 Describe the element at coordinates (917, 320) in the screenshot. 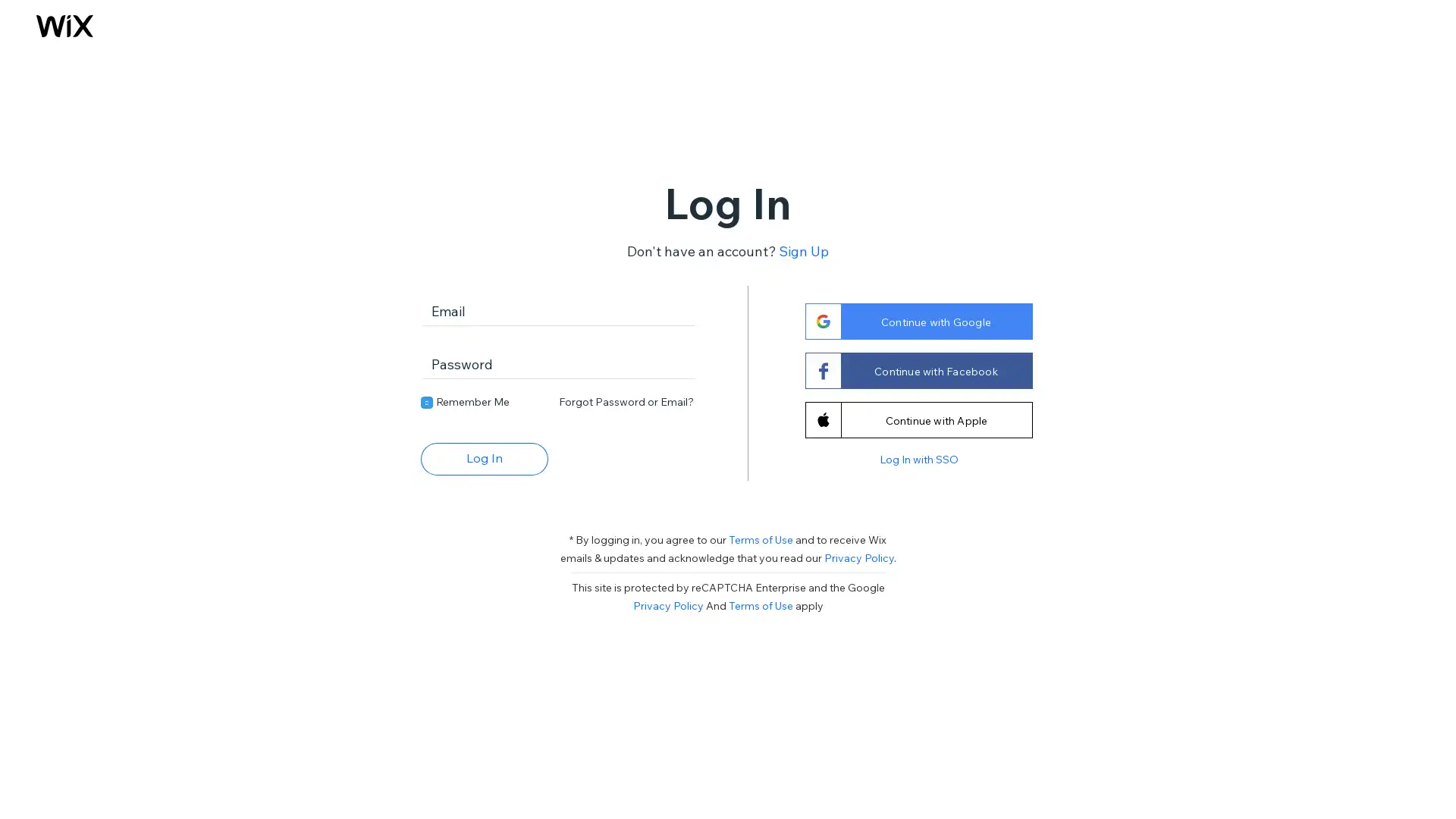

I see `Continue with Google` at that location.